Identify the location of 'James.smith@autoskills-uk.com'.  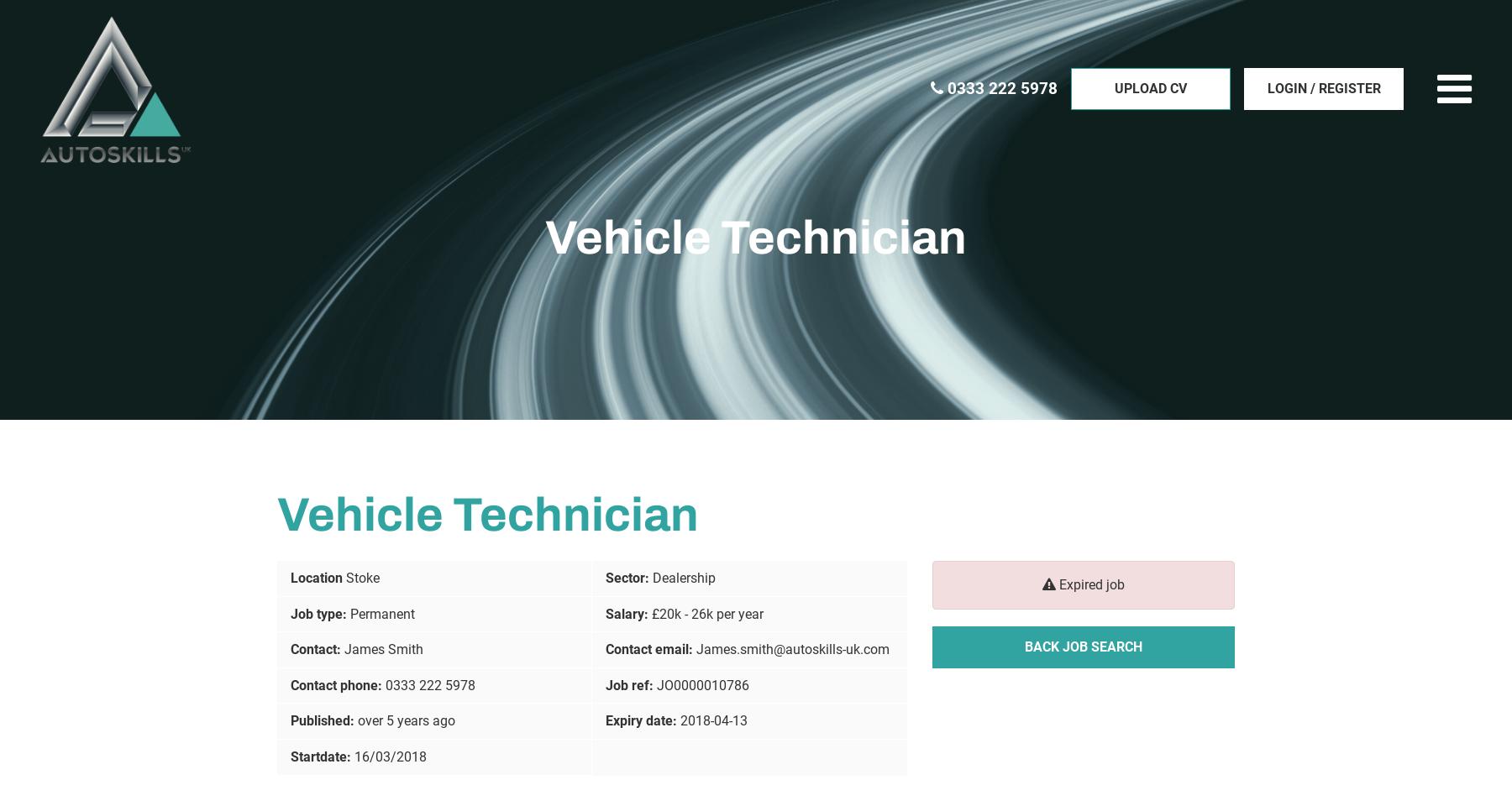
(791, 649).